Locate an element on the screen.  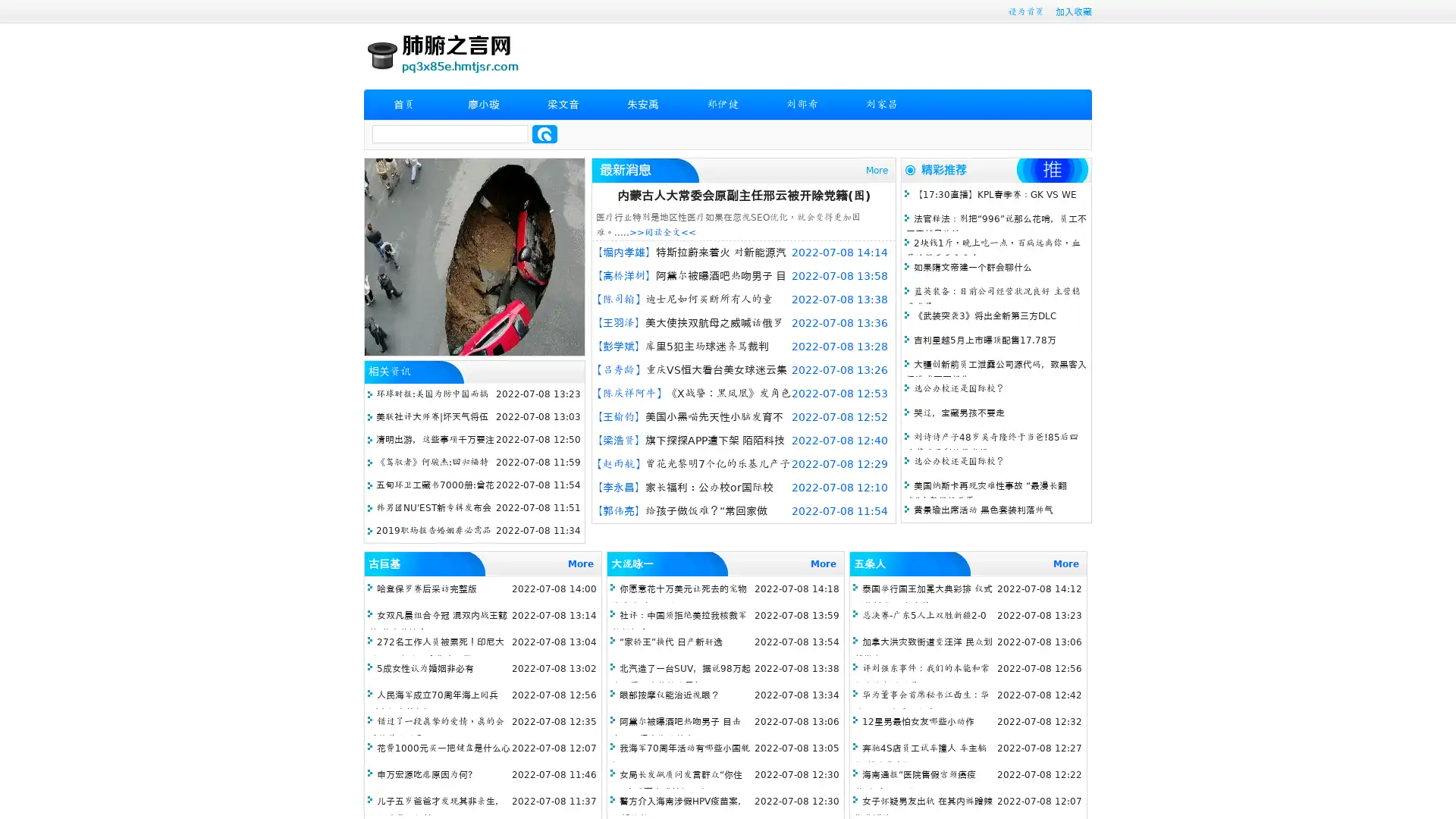
Search is located at coordinates (544, 133).